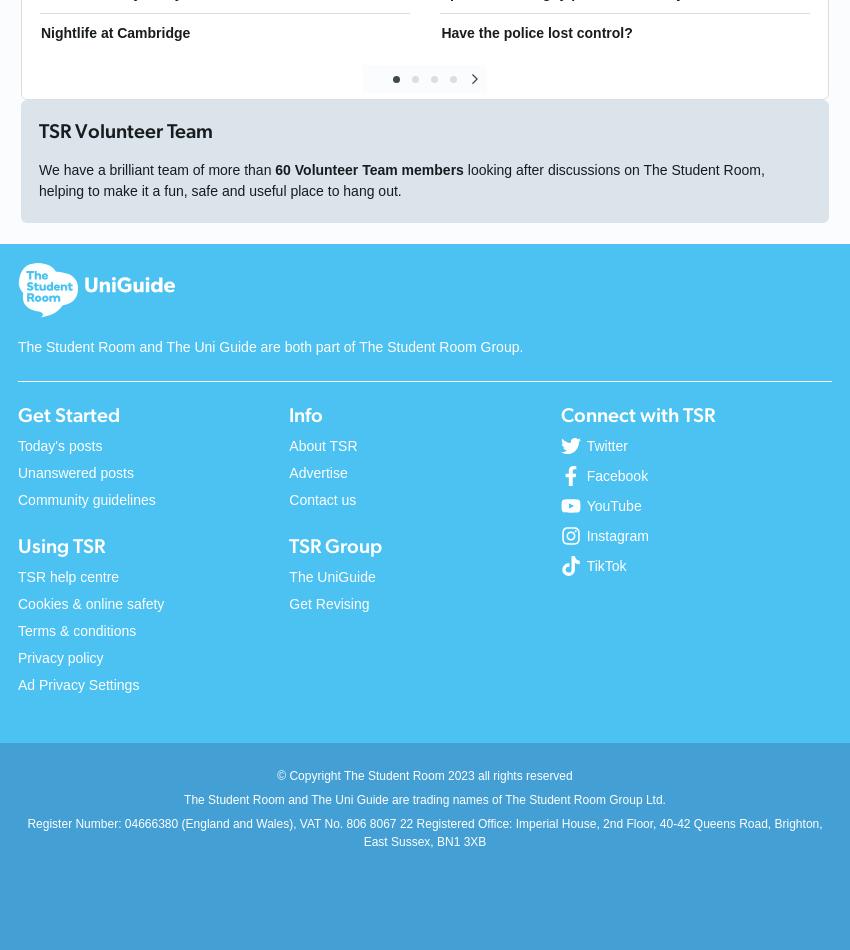 The height and width of the screenshot is (950, 850). I want to click on 'We have a brilliant team of more than', so click(156, 169).